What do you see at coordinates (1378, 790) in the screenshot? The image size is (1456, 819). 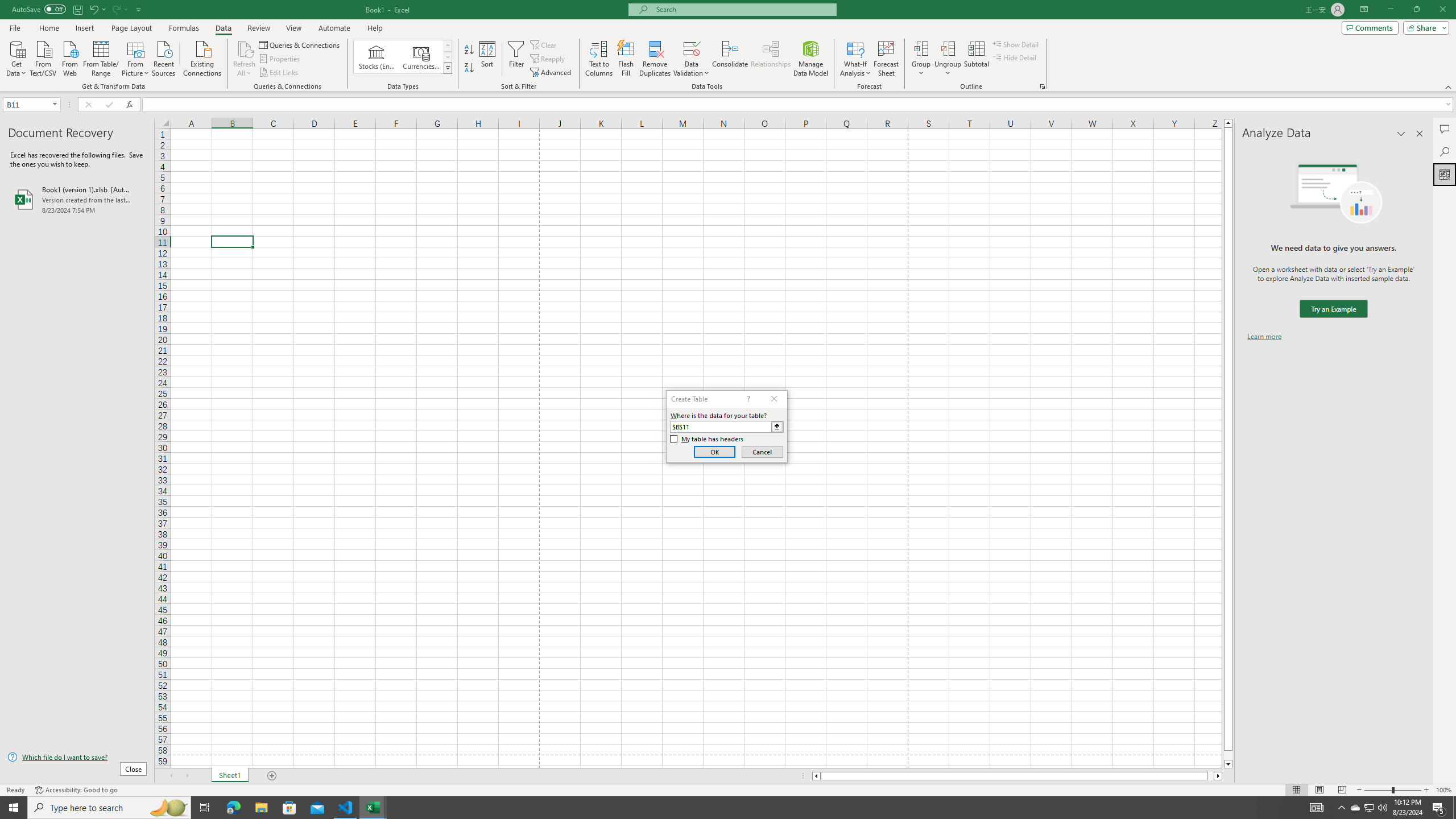 I see `'Zoom Out'` at bounding box center [1378, 790].